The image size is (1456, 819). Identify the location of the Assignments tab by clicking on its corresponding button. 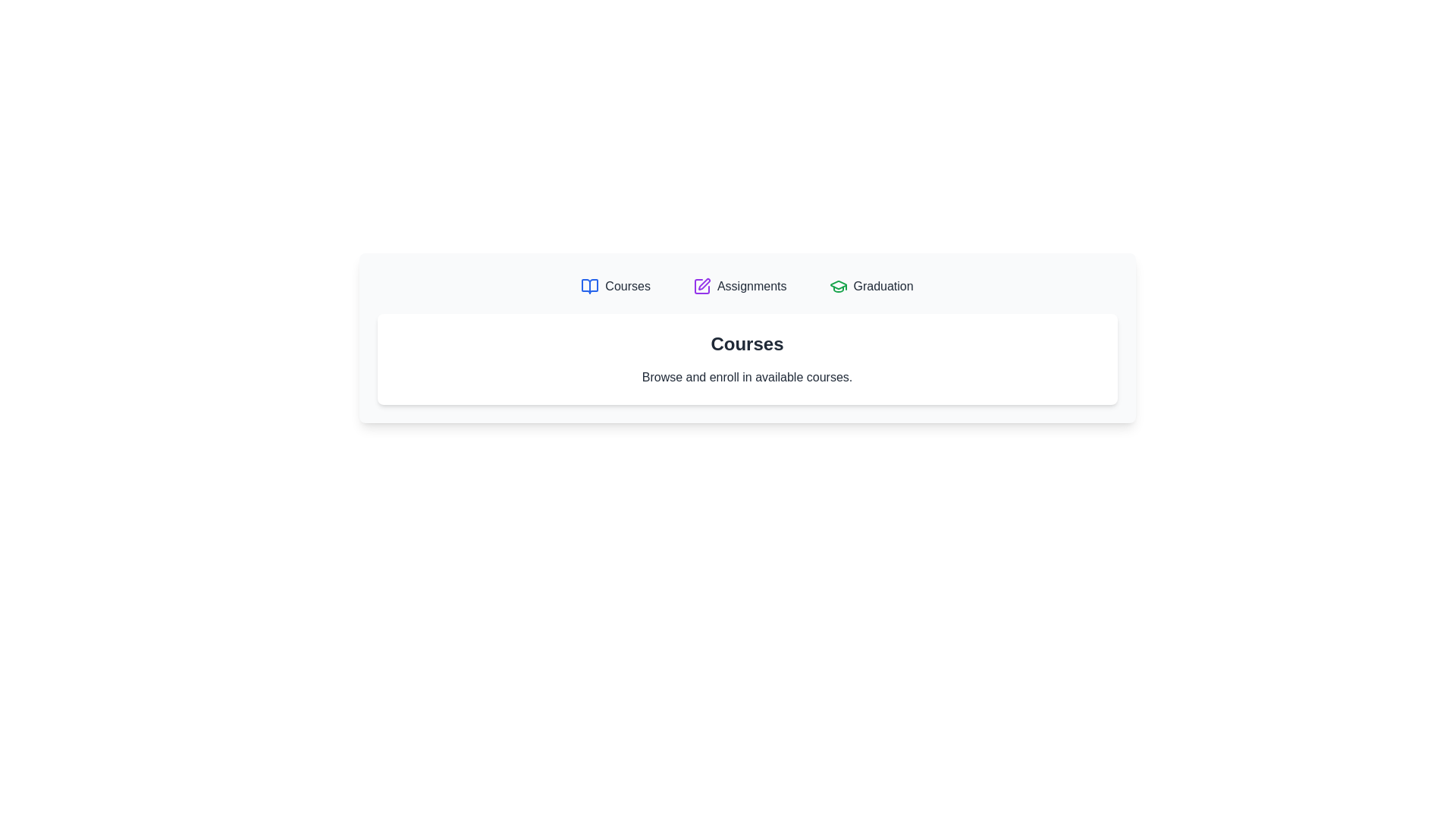
(739, 287).